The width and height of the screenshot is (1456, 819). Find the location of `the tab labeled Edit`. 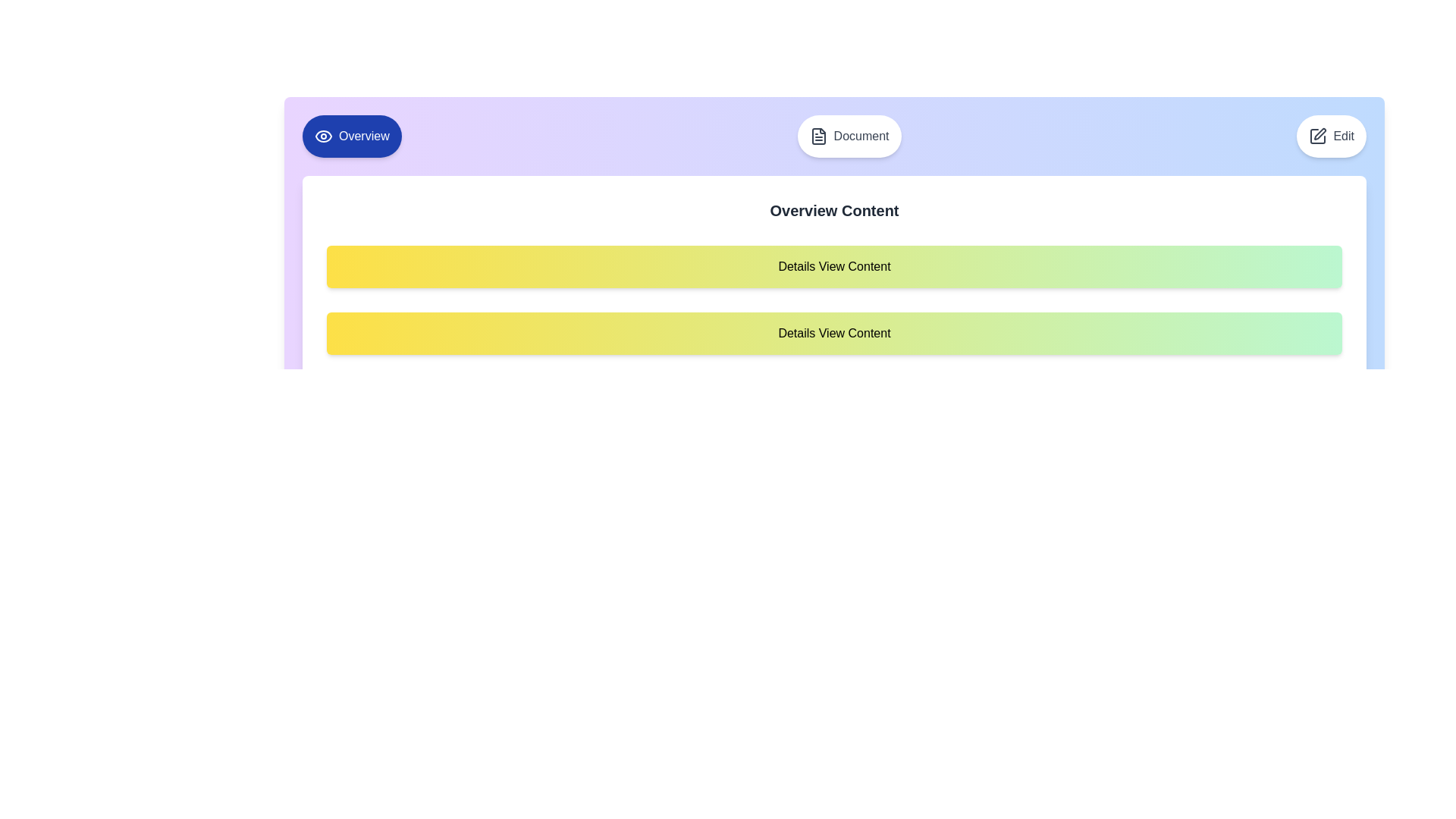

the tab labeled Edit is located at coordinates (1331, 136).